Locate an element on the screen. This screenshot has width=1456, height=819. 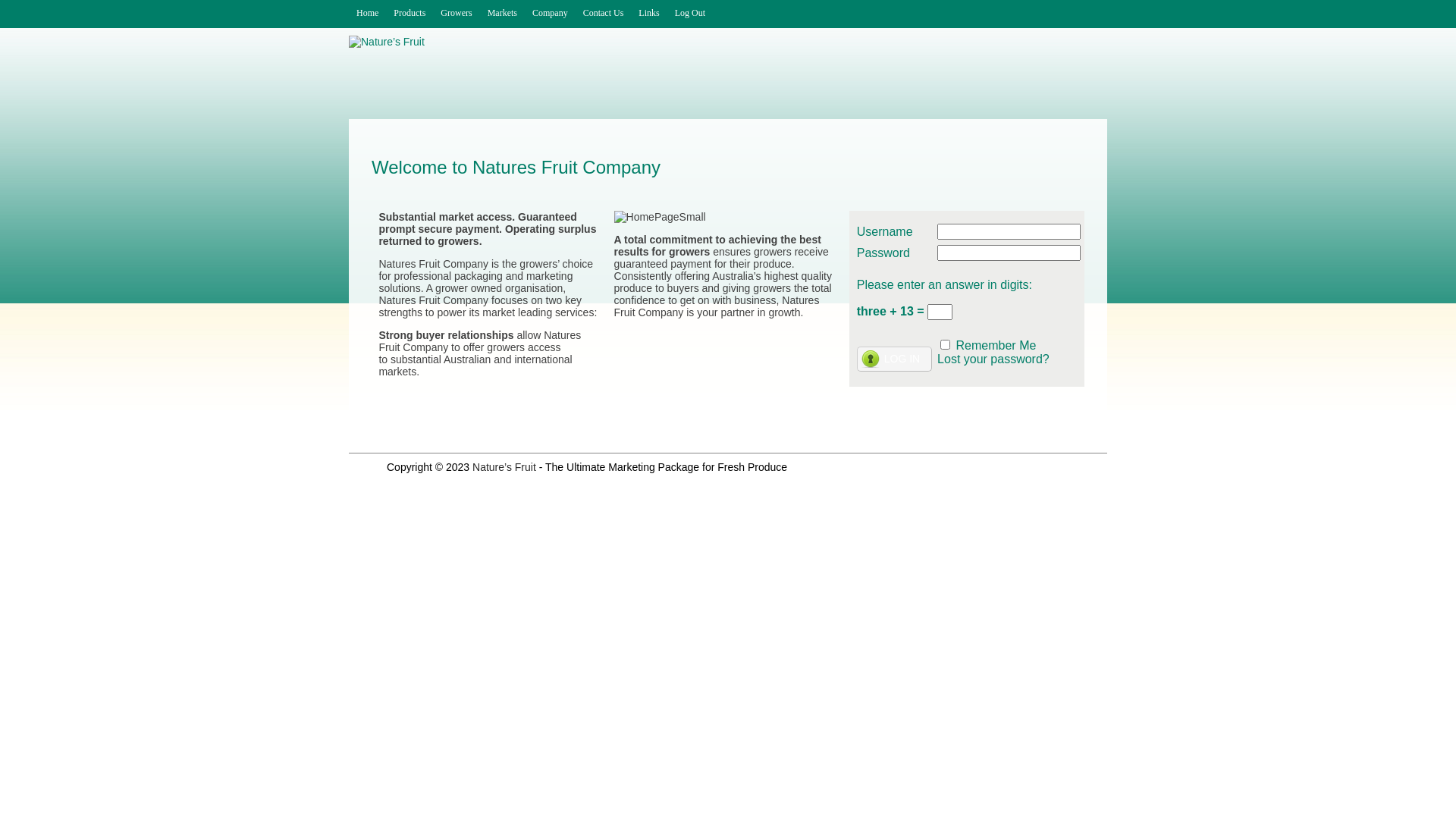
'Contact Us' is located at coordinates (603, 13).